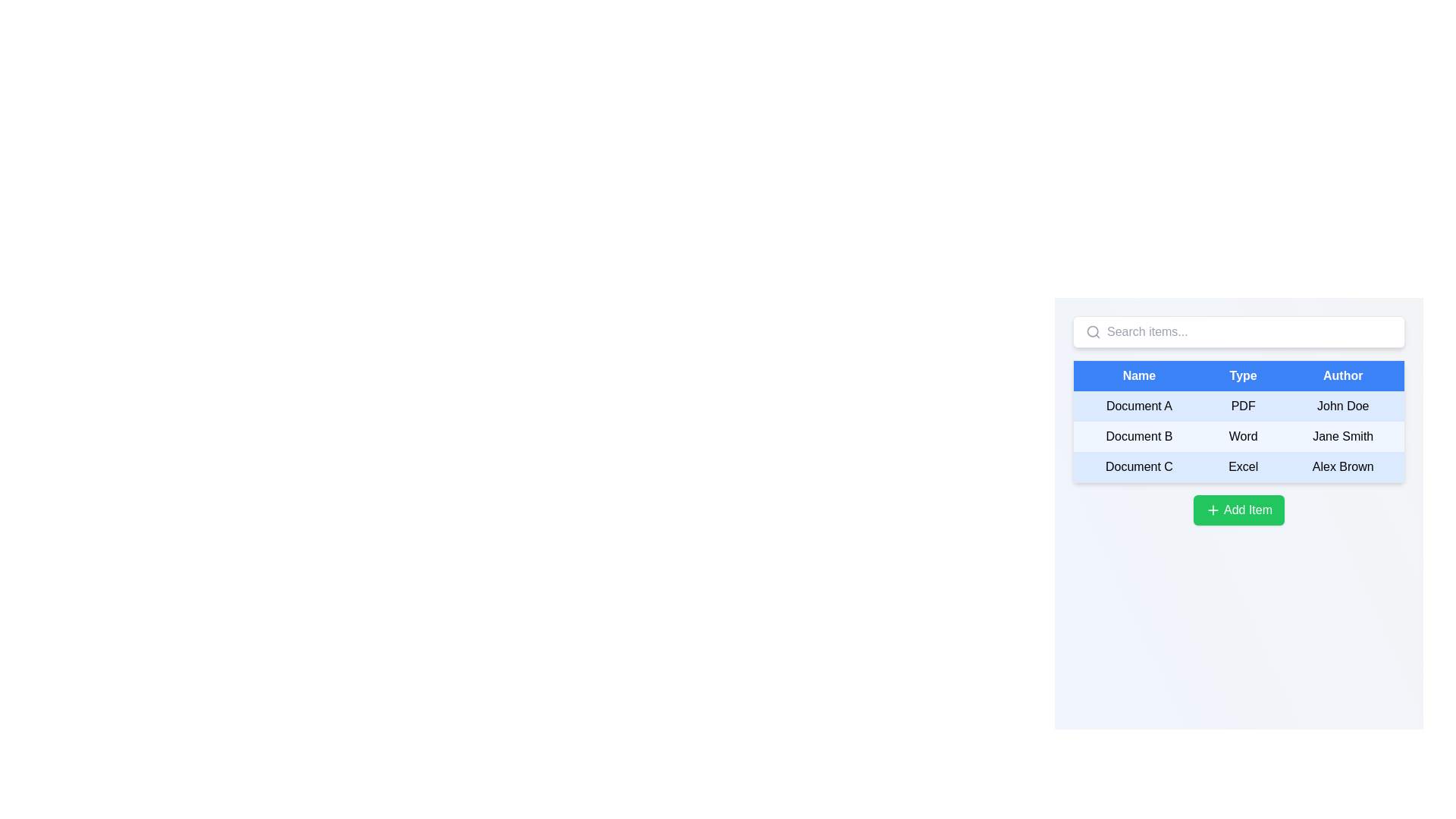 Image resolution: width=1456 pixels, height=819 pixels. Describe the element at coordinates (1343, 375) in the screenshot. I see `the 'Author' column header in the table, which is the third header and located to the right of the 'Type' column header` at that location.